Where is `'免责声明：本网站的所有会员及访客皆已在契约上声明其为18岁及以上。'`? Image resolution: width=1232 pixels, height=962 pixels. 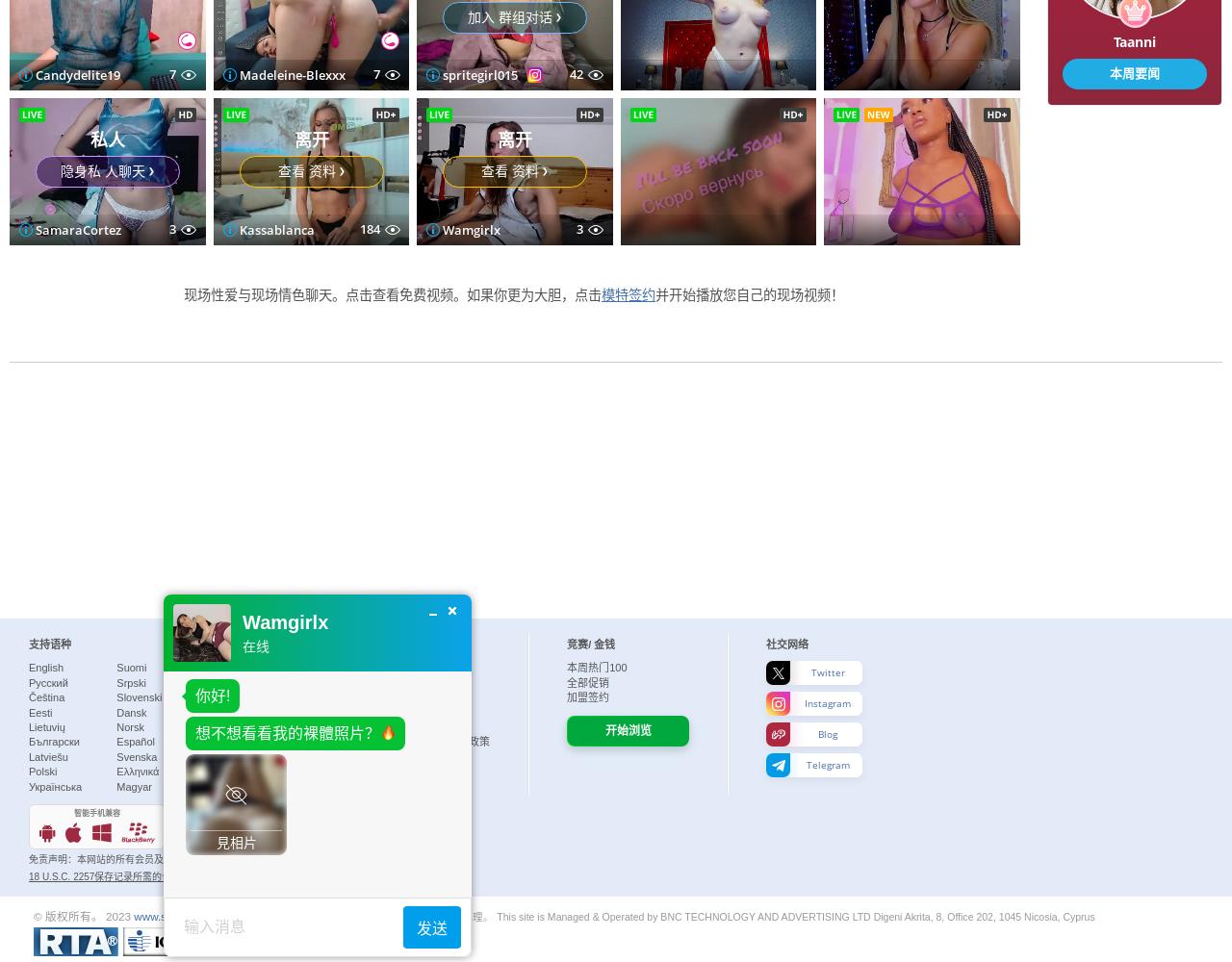
'免责声明：本网站的所有会员及访客皆已在契约上声明其为18岁及以上。' is located at coordinates (183, 859).